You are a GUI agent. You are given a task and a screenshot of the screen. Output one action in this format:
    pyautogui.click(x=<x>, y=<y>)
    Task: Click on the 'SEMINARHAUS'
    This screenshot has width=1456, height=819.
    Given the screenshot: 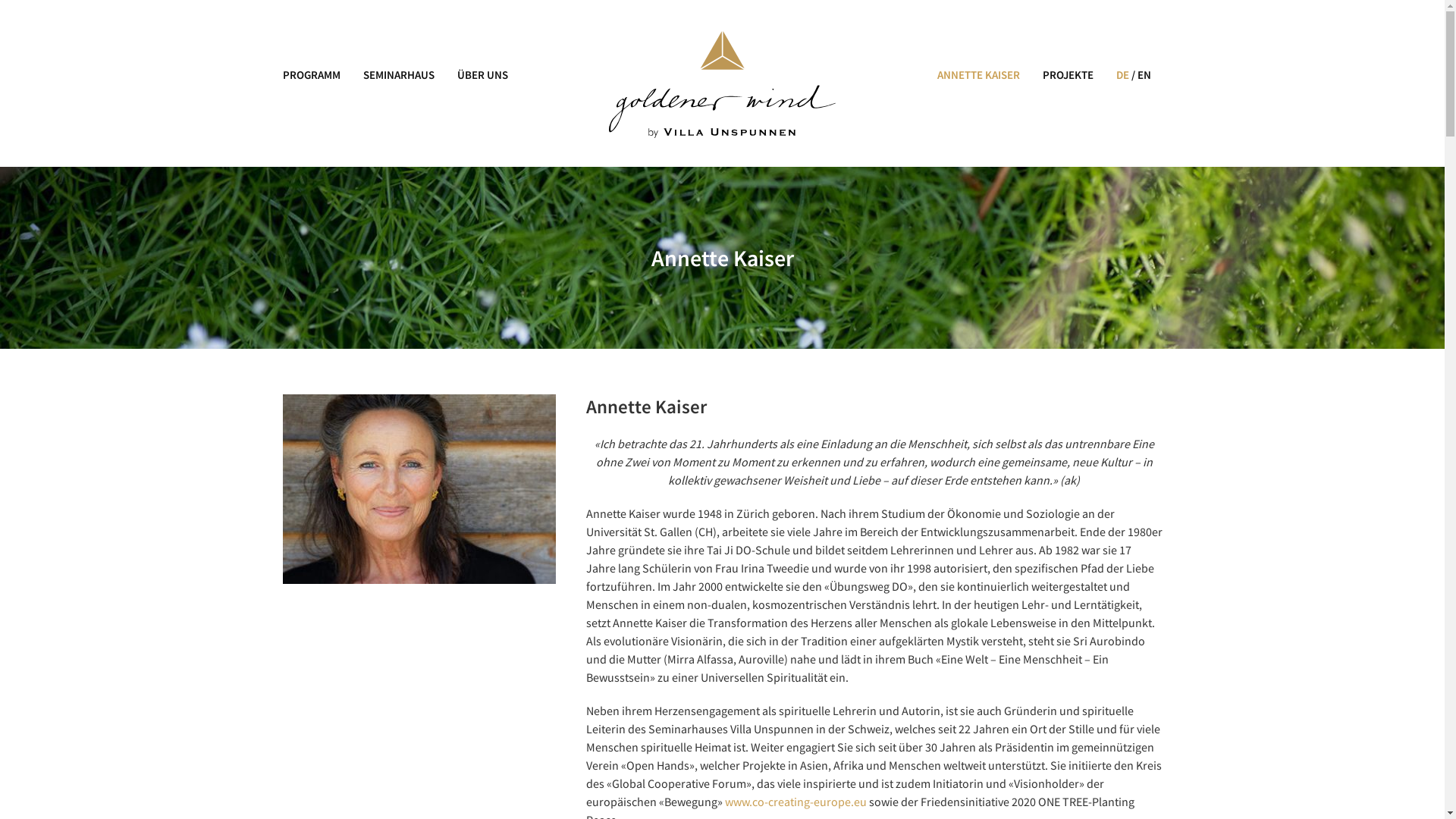 What is the action you would take?
    pyautogui.click(x=399, y=75)
    